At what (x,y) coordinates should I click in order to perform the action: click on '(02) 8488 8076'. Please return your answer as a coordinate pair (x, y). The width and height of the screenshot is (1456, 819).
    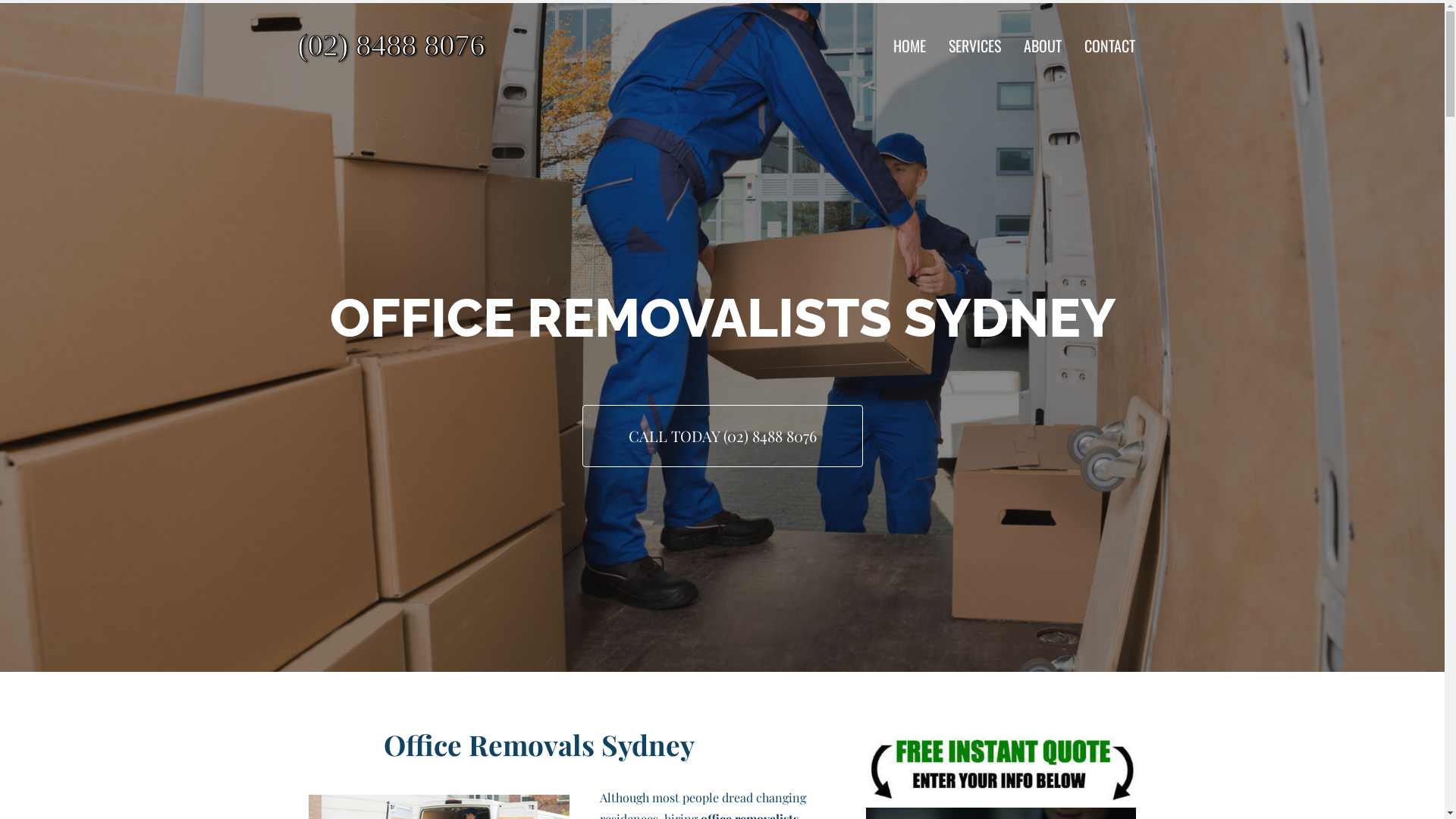
    Looking at the image, I should click on (432, 45).